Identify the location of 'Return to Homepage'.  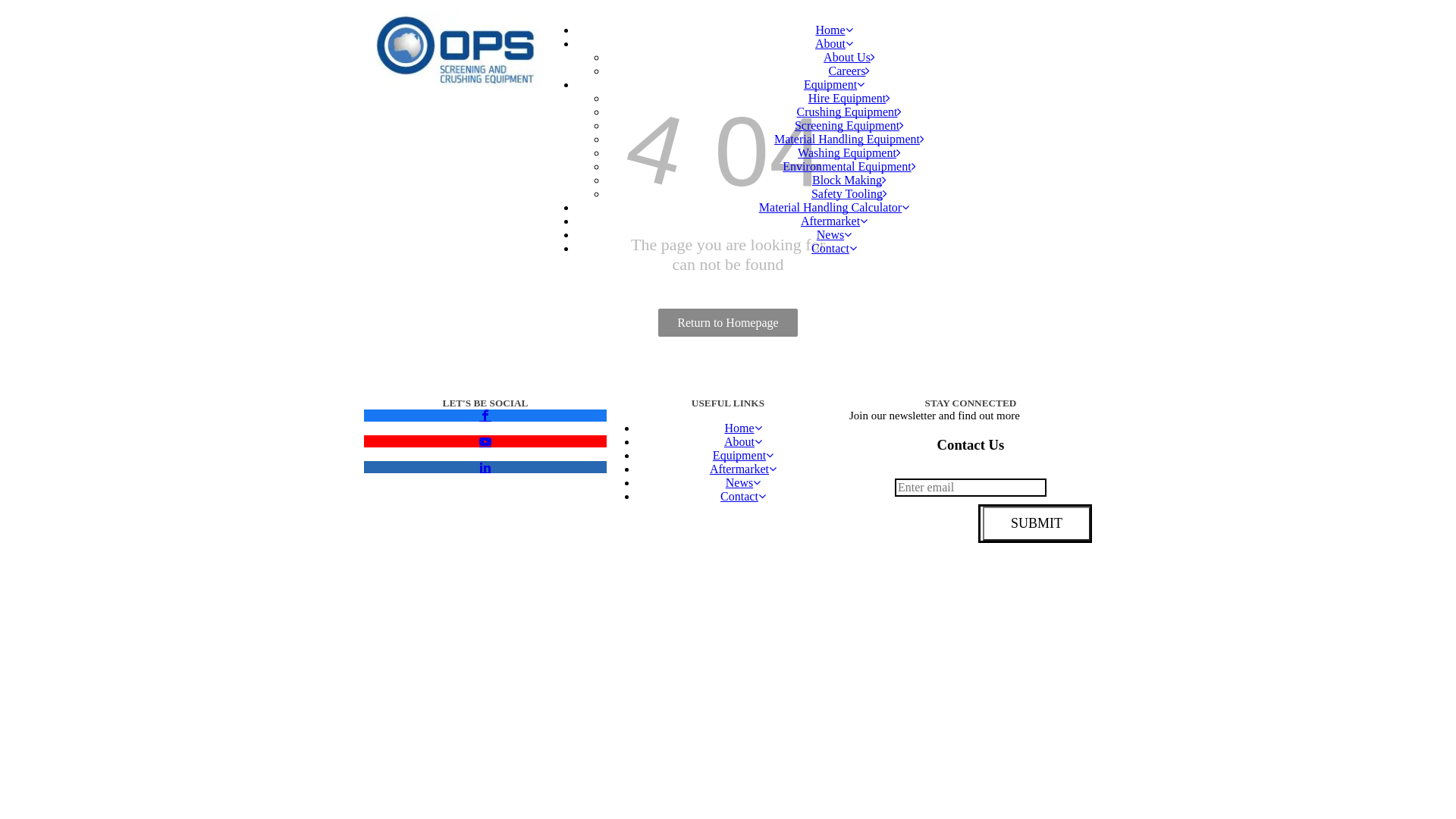
(658, 322).